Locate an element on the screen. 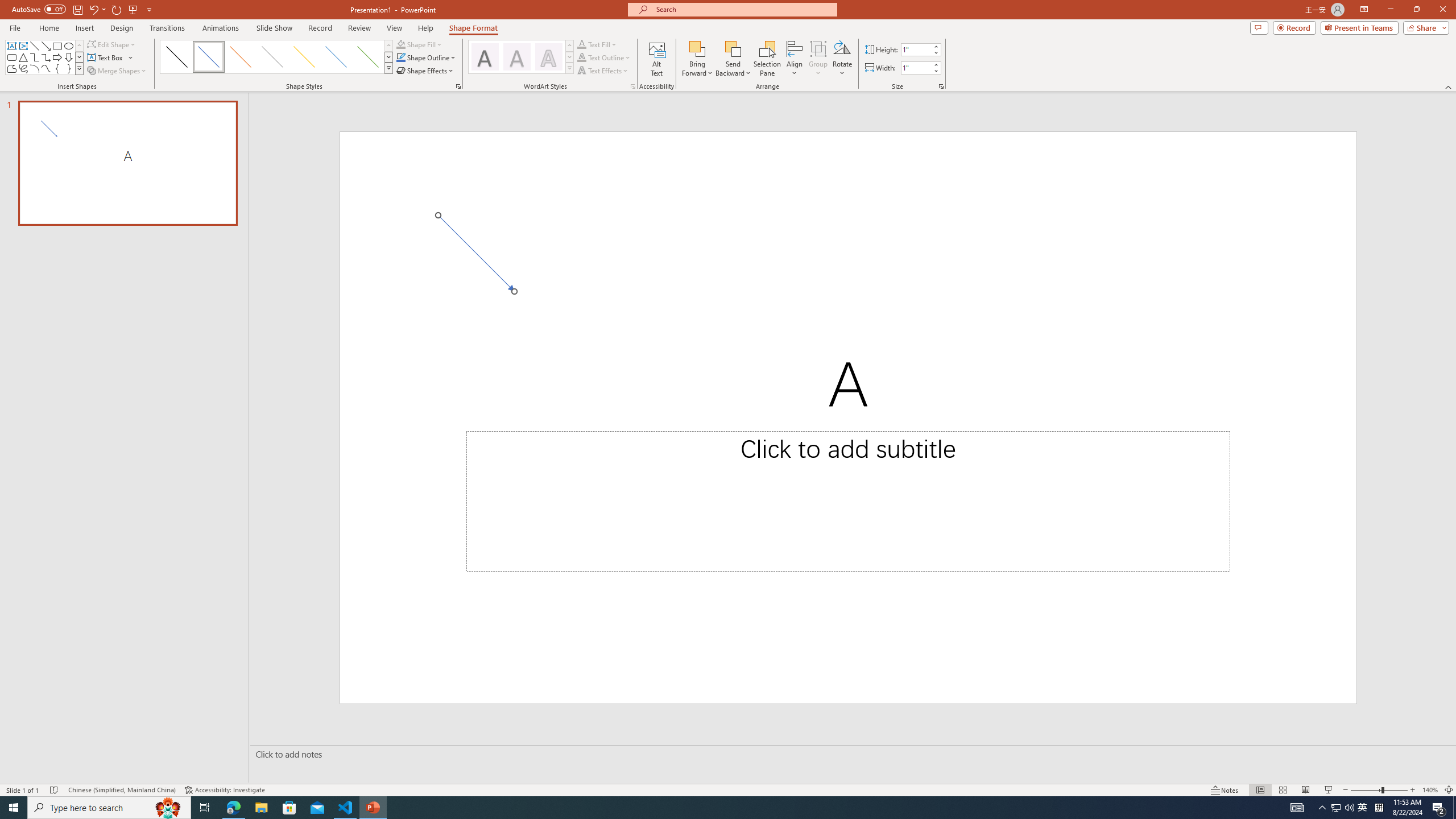 The height and width of the screenshot is (819, 1456). 'Text Outline' is located at coordinates (581, 56).